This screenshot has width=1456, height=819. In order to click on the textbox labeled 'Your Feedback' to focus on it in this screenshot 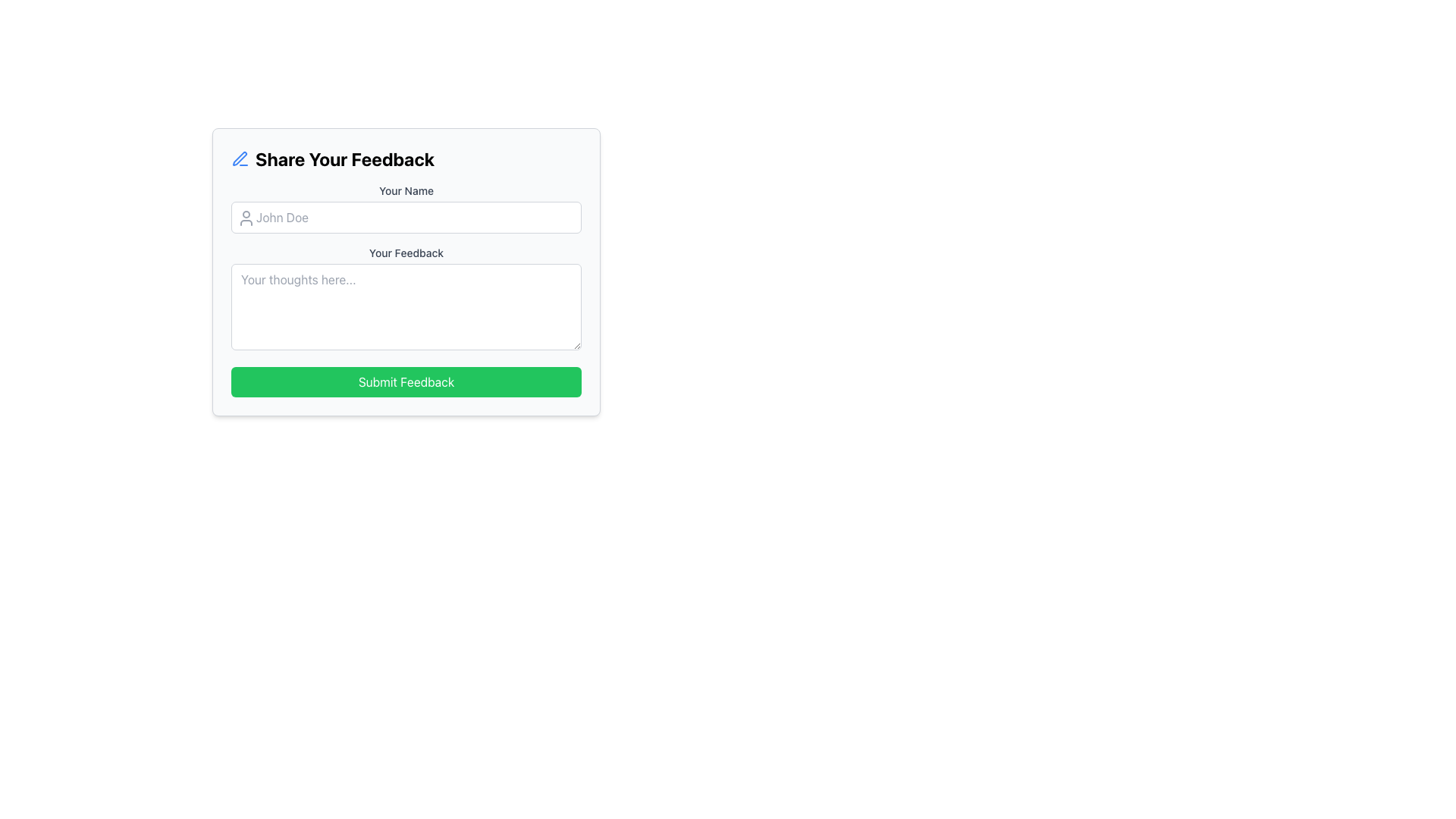, I will do `click(406, 300)`.